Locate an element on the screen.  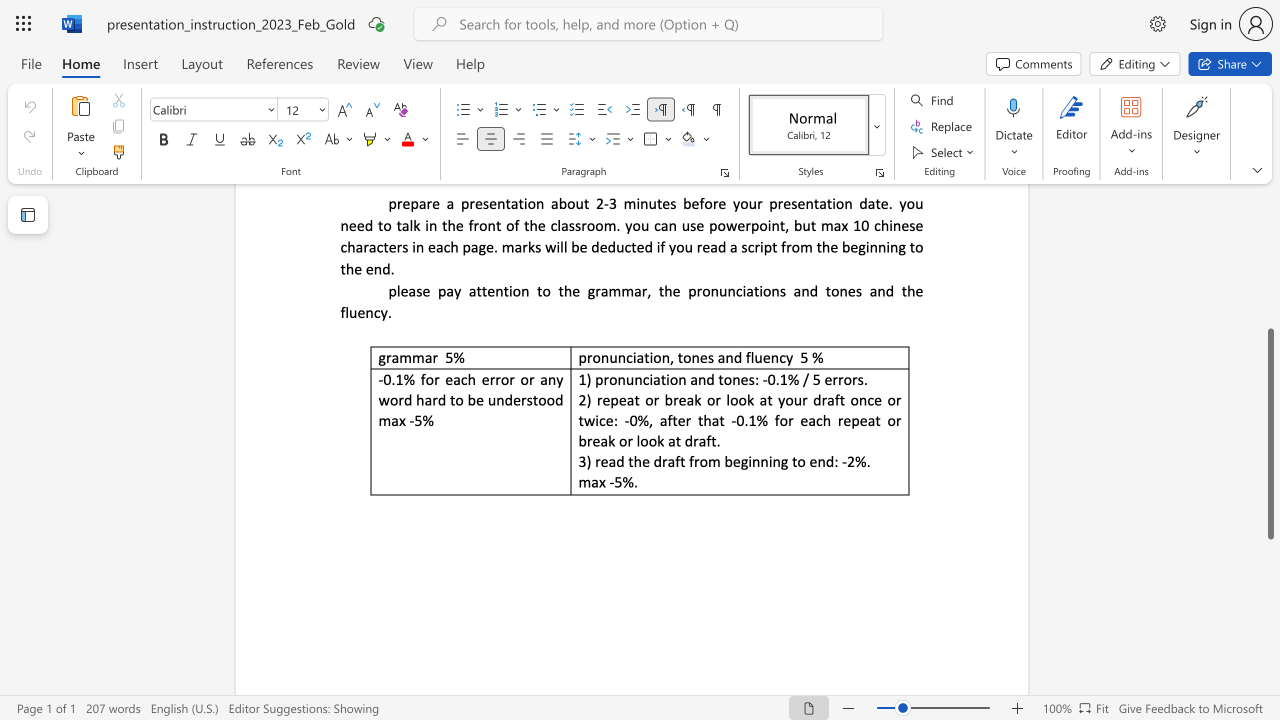
the scrollbar on the right to shift the page higher is located at coordinates (1269, 238).